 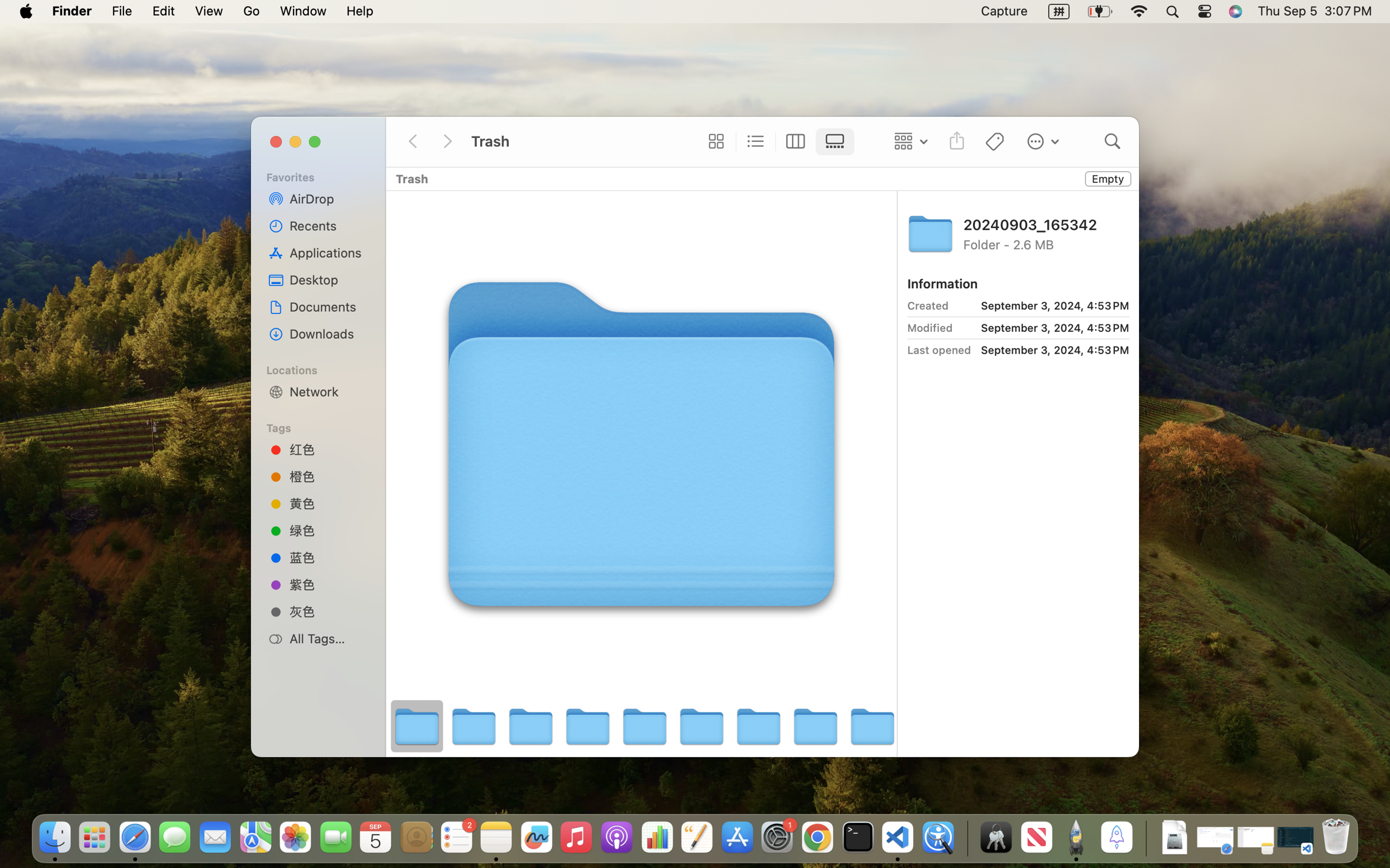 What do you see at coordinates (328, 333) in the screenshot?
I see `'Downloads'` at bounding box center [328, 333].